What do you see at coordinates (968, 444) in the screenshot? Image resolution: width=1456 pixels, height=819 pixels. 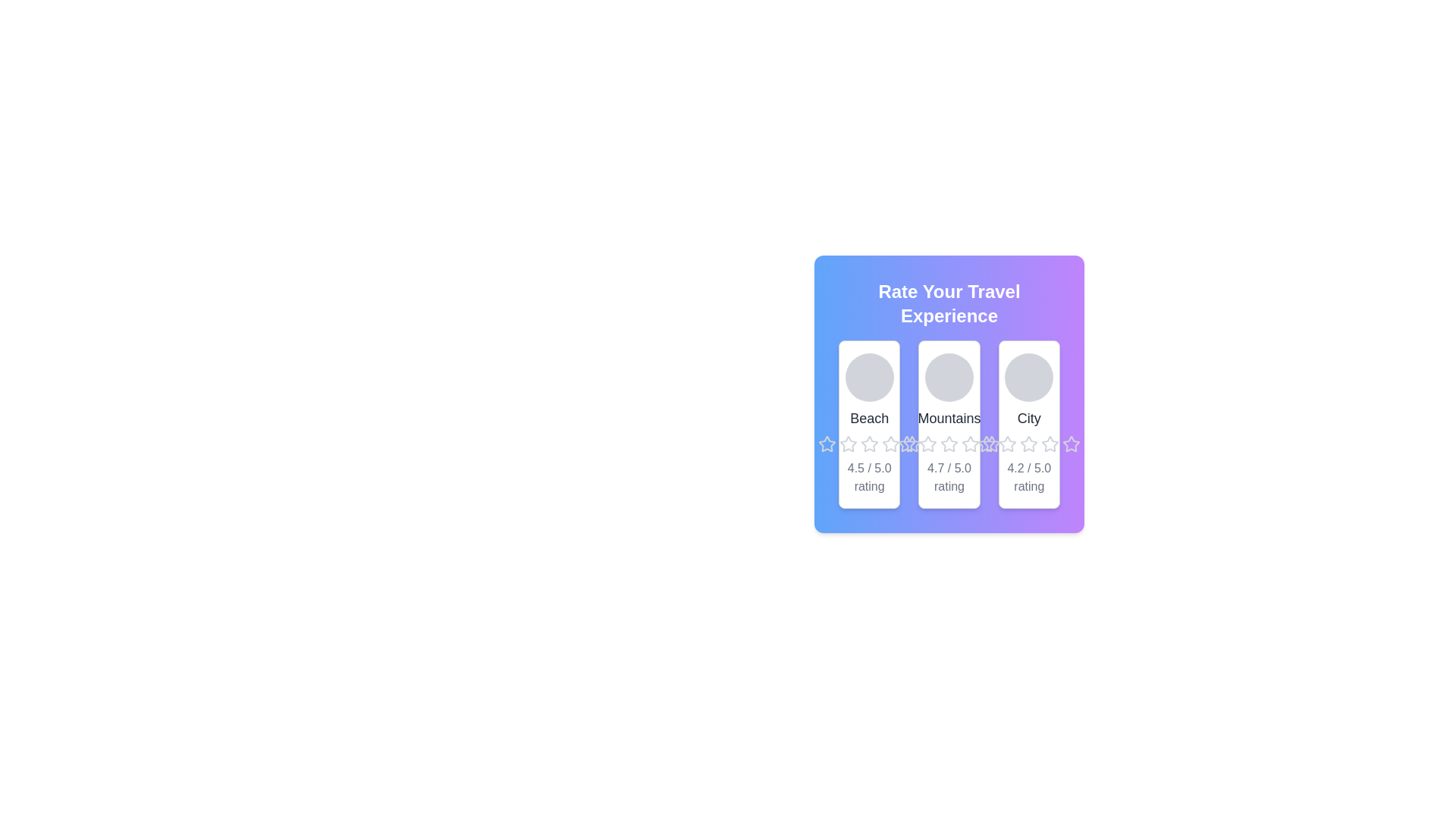 I see `the fourth star in the rating section beneath the 'Mountains' card` at bounding box center [968, 444].